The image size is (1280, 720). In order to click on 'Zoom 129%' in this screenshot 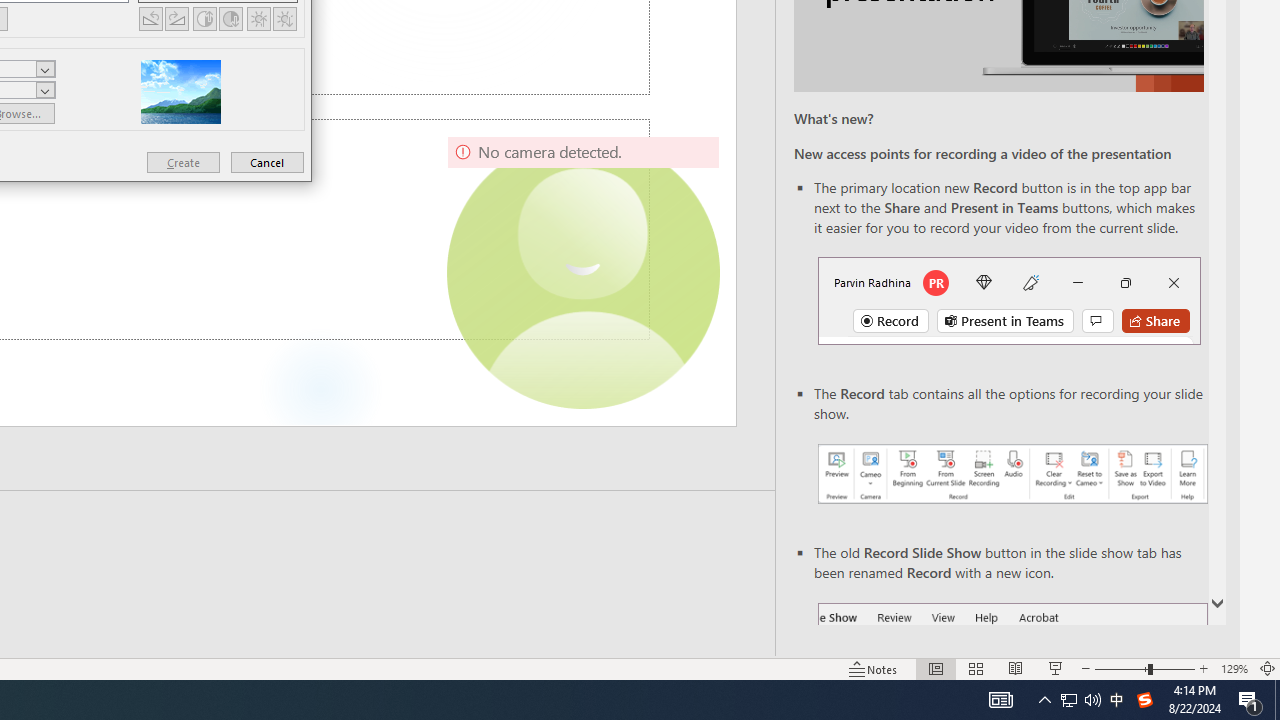, I will do `click(1233, 669)`.